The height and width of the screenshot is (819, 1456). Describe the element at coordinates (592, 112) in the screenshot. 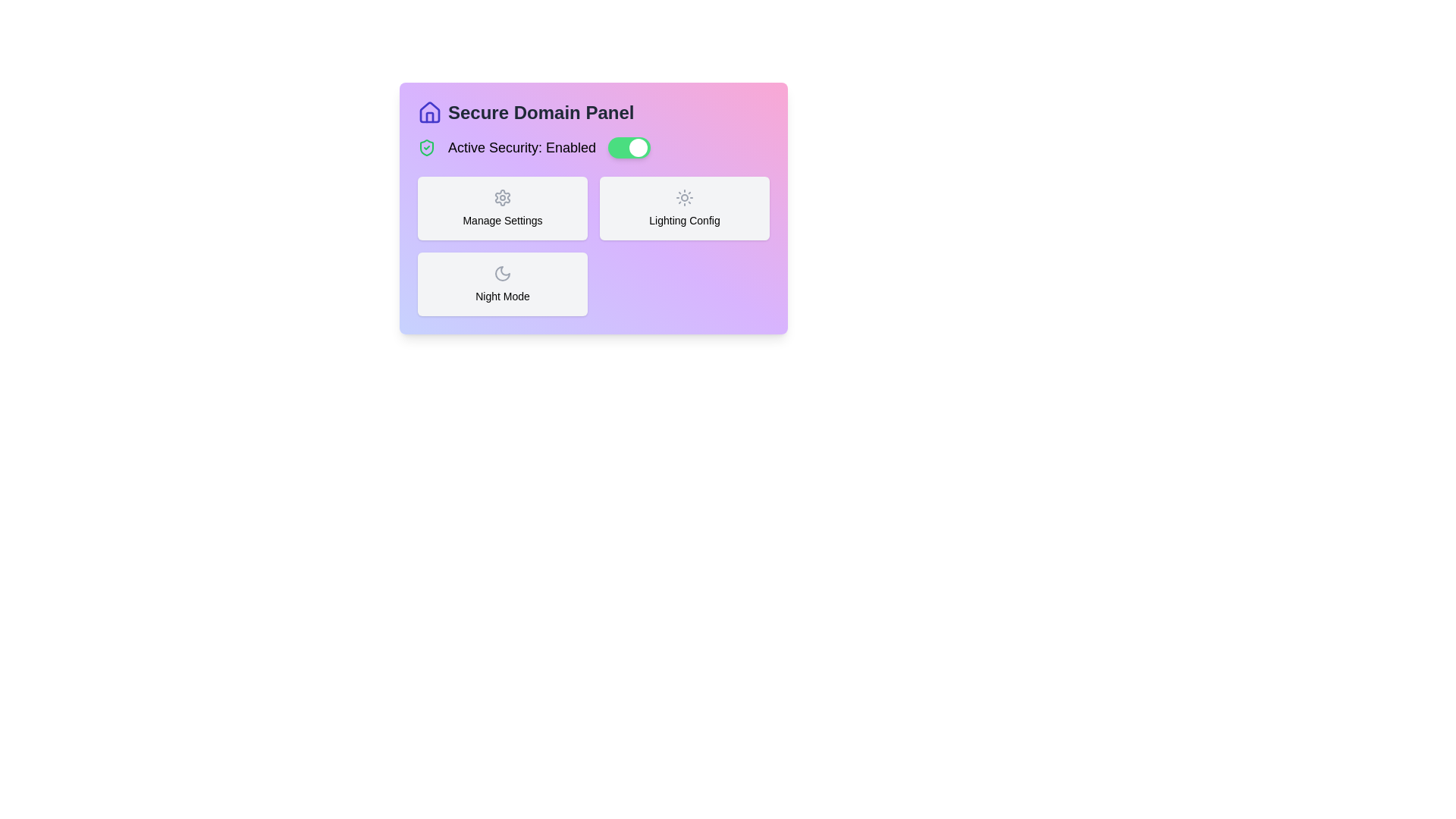

I see `the bold, large-text title 'Secure Domain Panel'` at that location.